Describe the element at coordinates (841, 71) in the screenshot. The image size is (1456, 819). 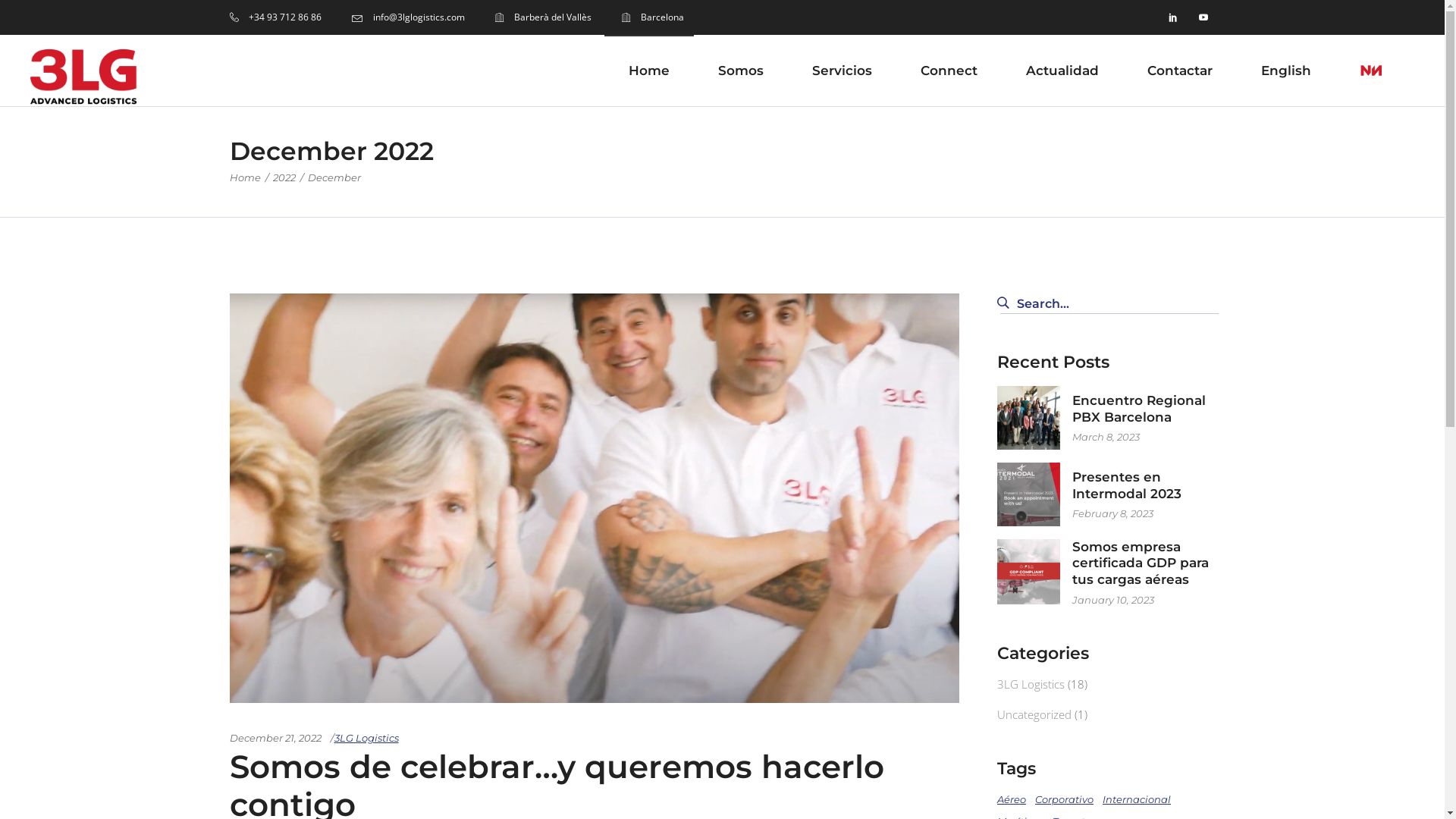
I see `'Servicios'` at that location.